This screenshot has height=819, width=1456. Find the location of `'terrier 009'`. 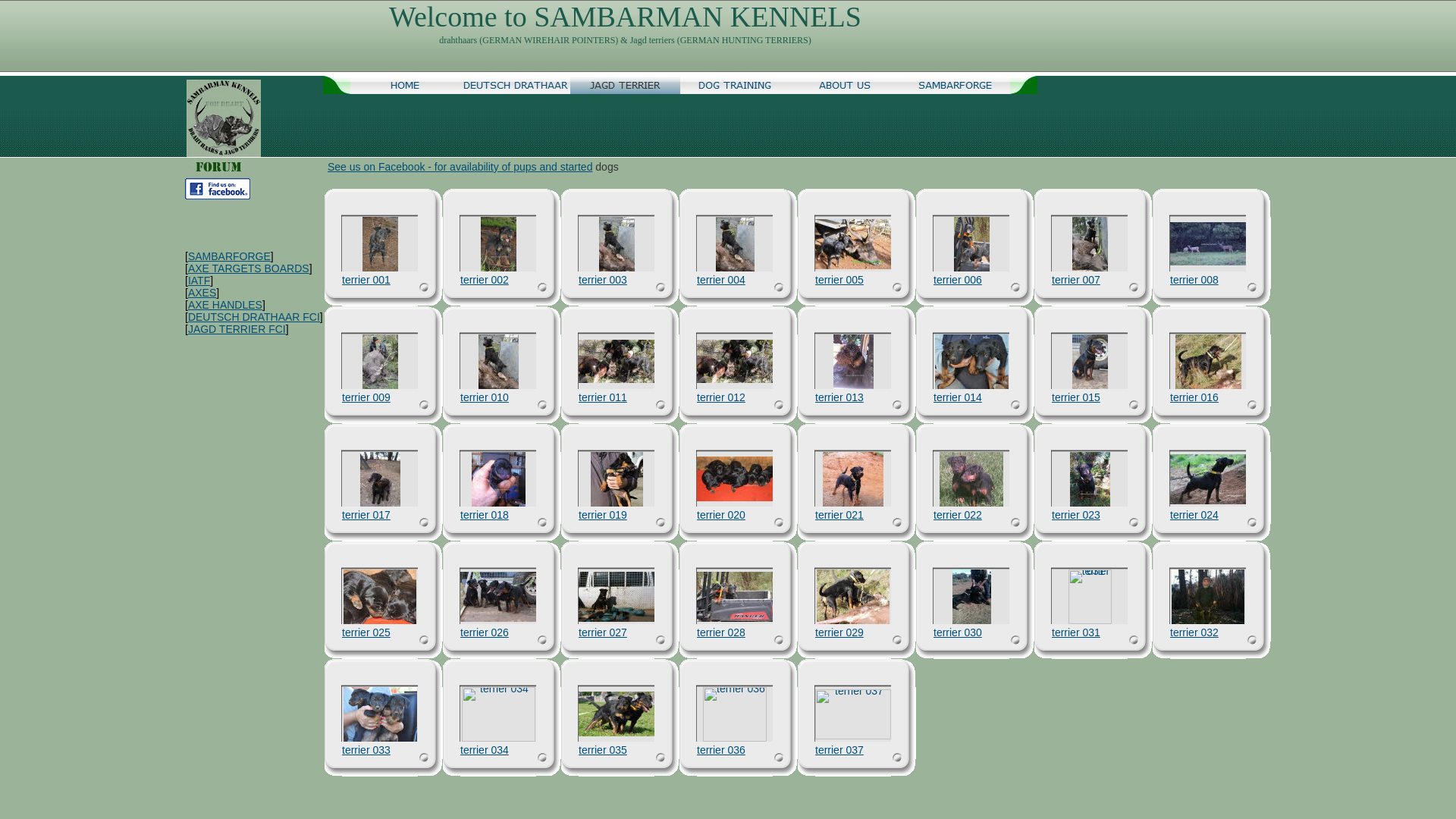

'terrier 009' is located at coordinates (366, 397).